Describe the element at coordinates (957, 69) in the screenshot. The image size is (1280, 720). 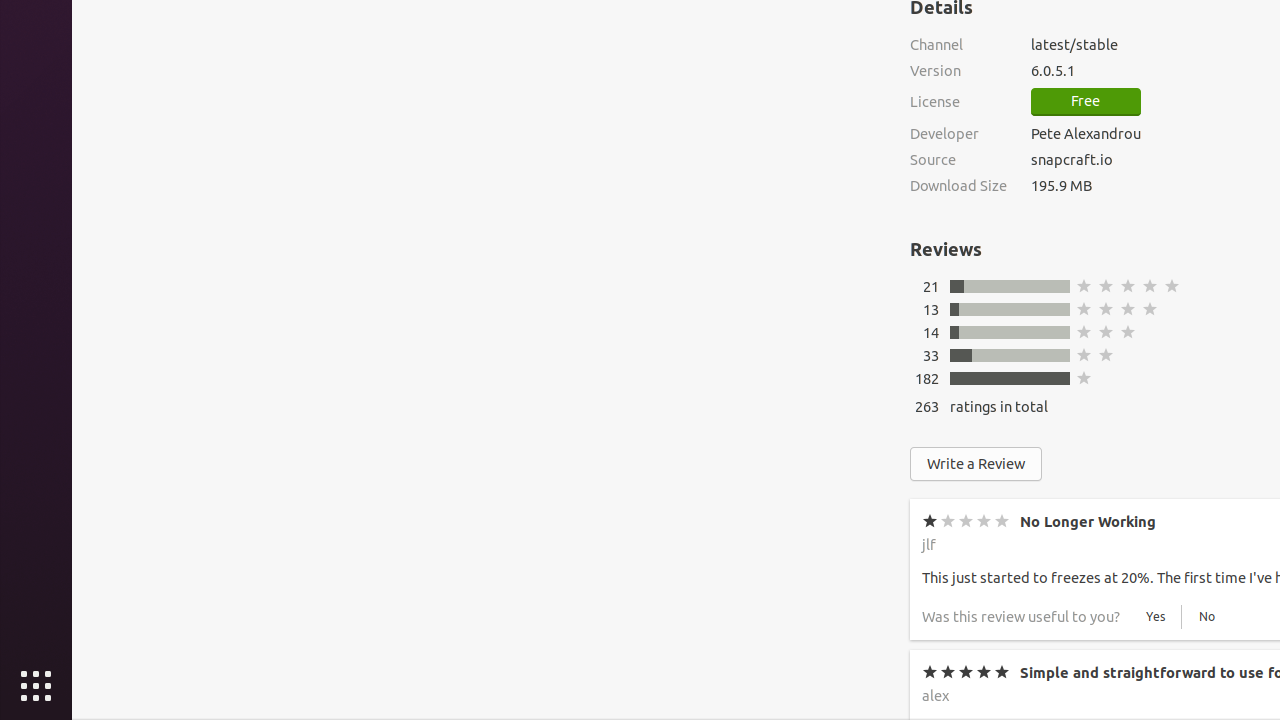
I see `'Version'` at that location.